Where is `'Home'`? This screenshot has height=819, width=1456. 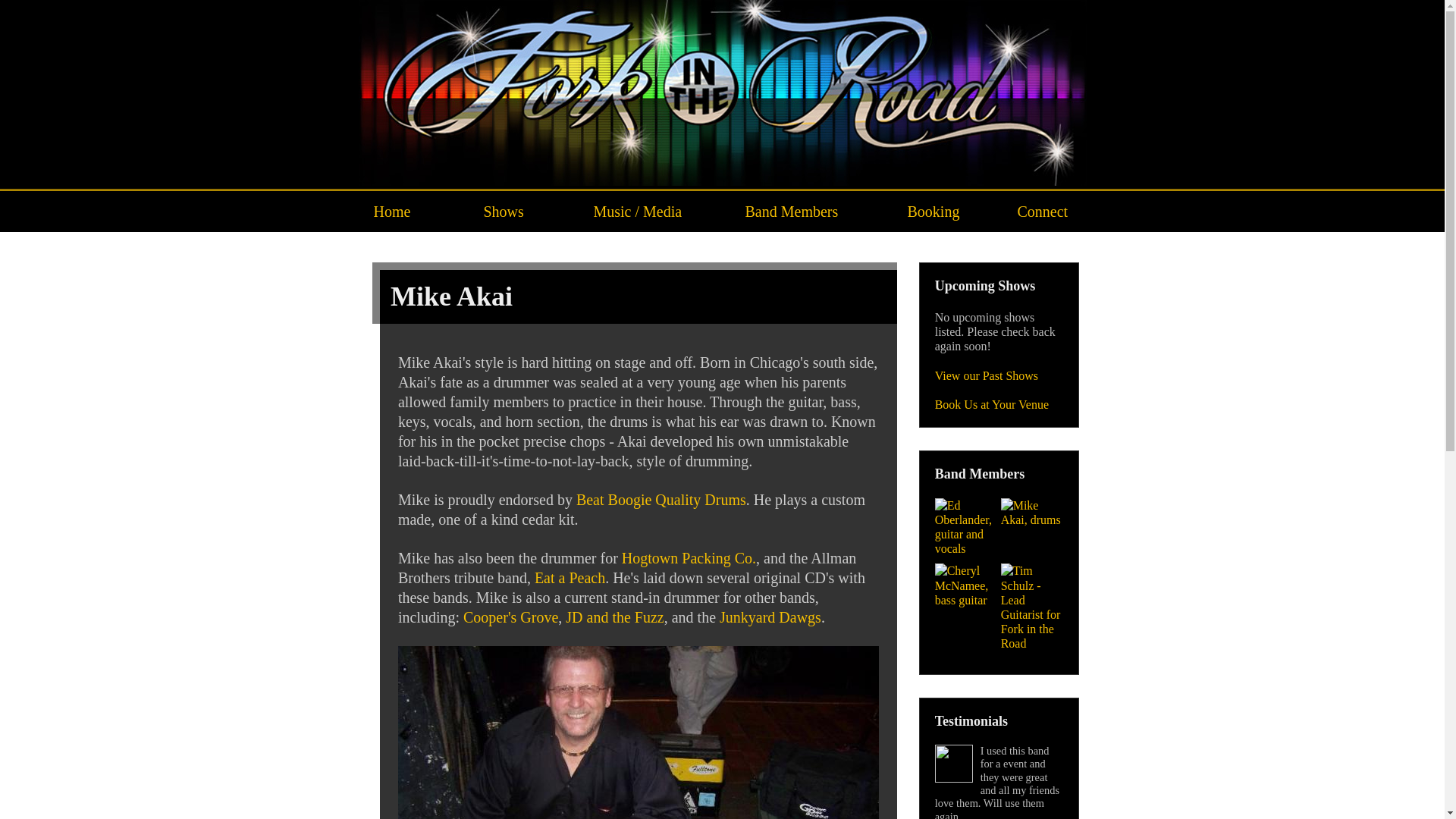 'Home' is located at coordinates (413, 211).